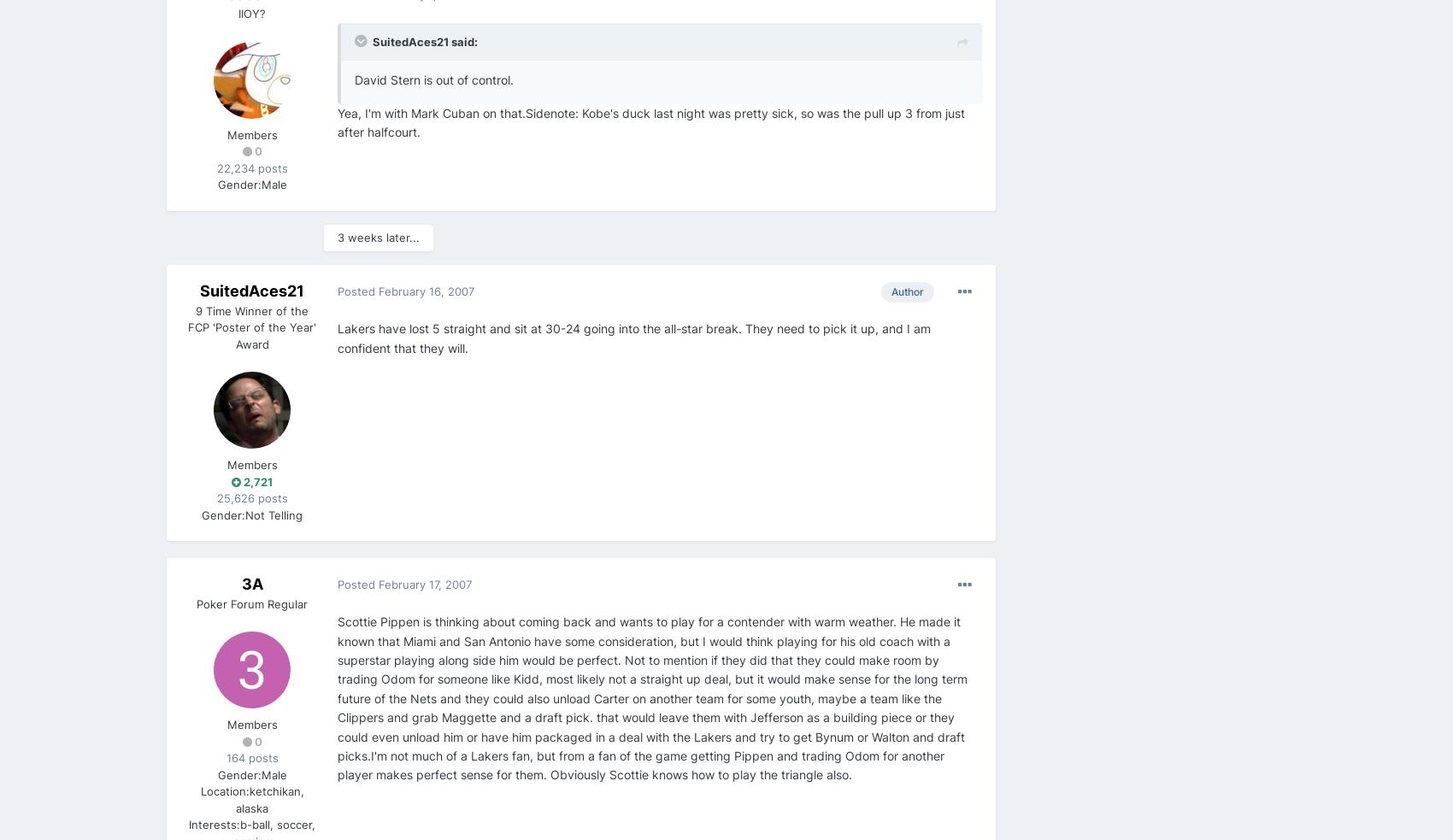 The width and height of the screenshot is (1453, 840). I want to click on '22,234 posts', so click(251, 167).